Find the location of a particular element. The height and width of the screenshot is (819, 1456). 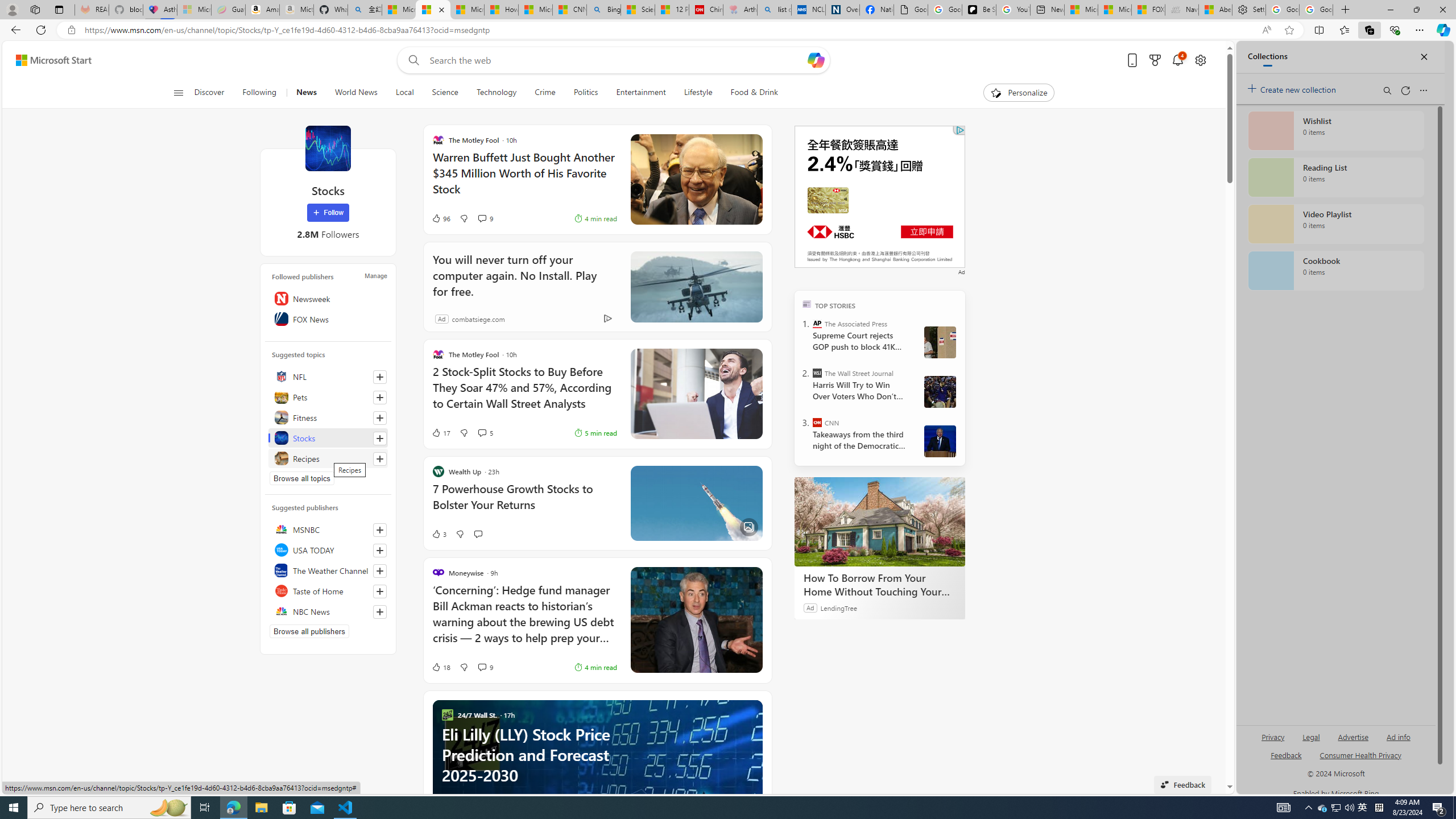

'NFL' is located at coordinates (327, 377).